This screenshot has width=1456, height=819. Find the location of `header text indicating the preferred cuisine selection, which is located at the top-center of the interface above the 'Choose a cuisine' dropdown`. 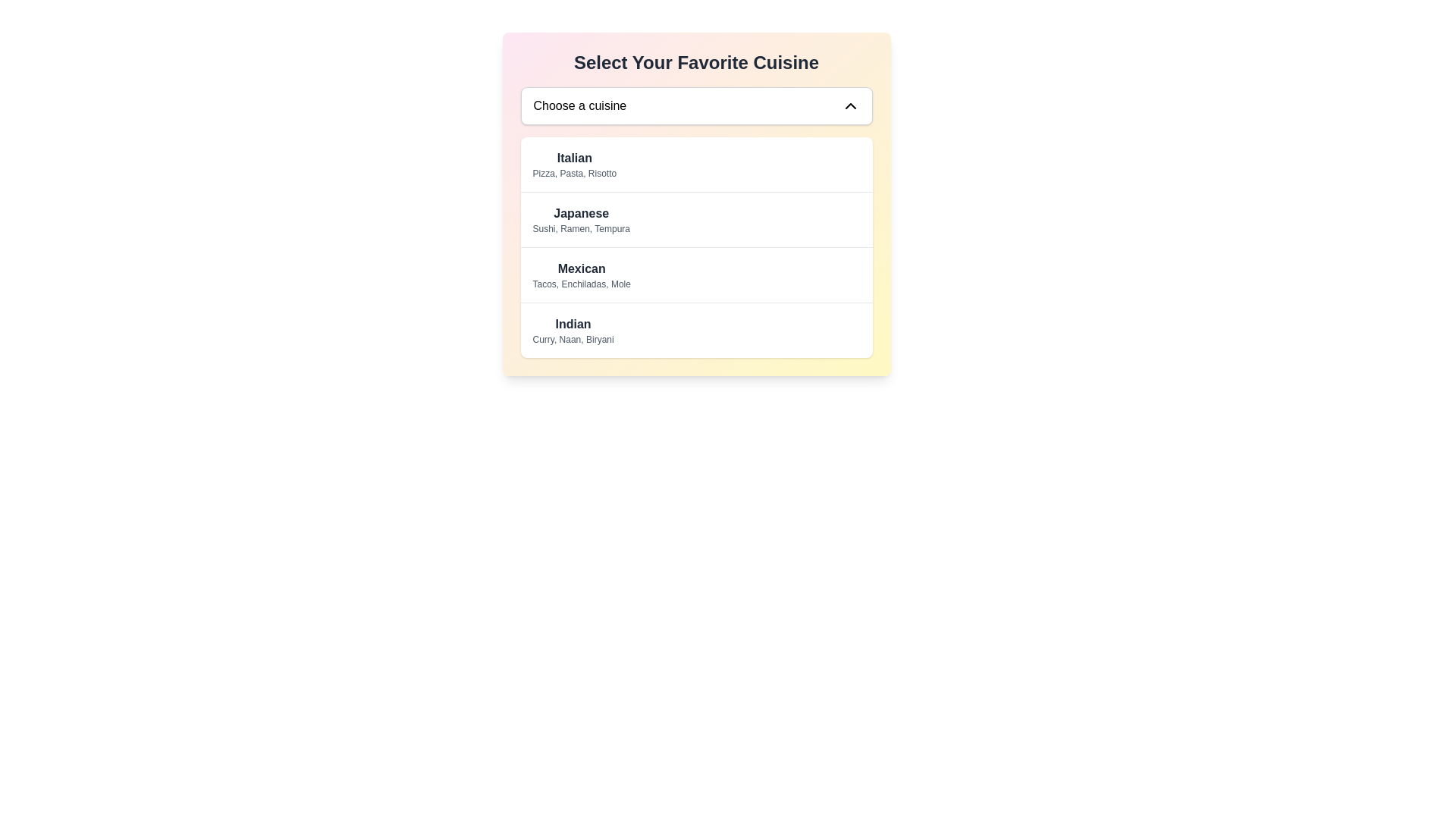

header text indicating the preferred cuisine selection, which is located at the top-center of the interface above the 'Choose a cuisine' dropdown is located at coordinates (695, 62).